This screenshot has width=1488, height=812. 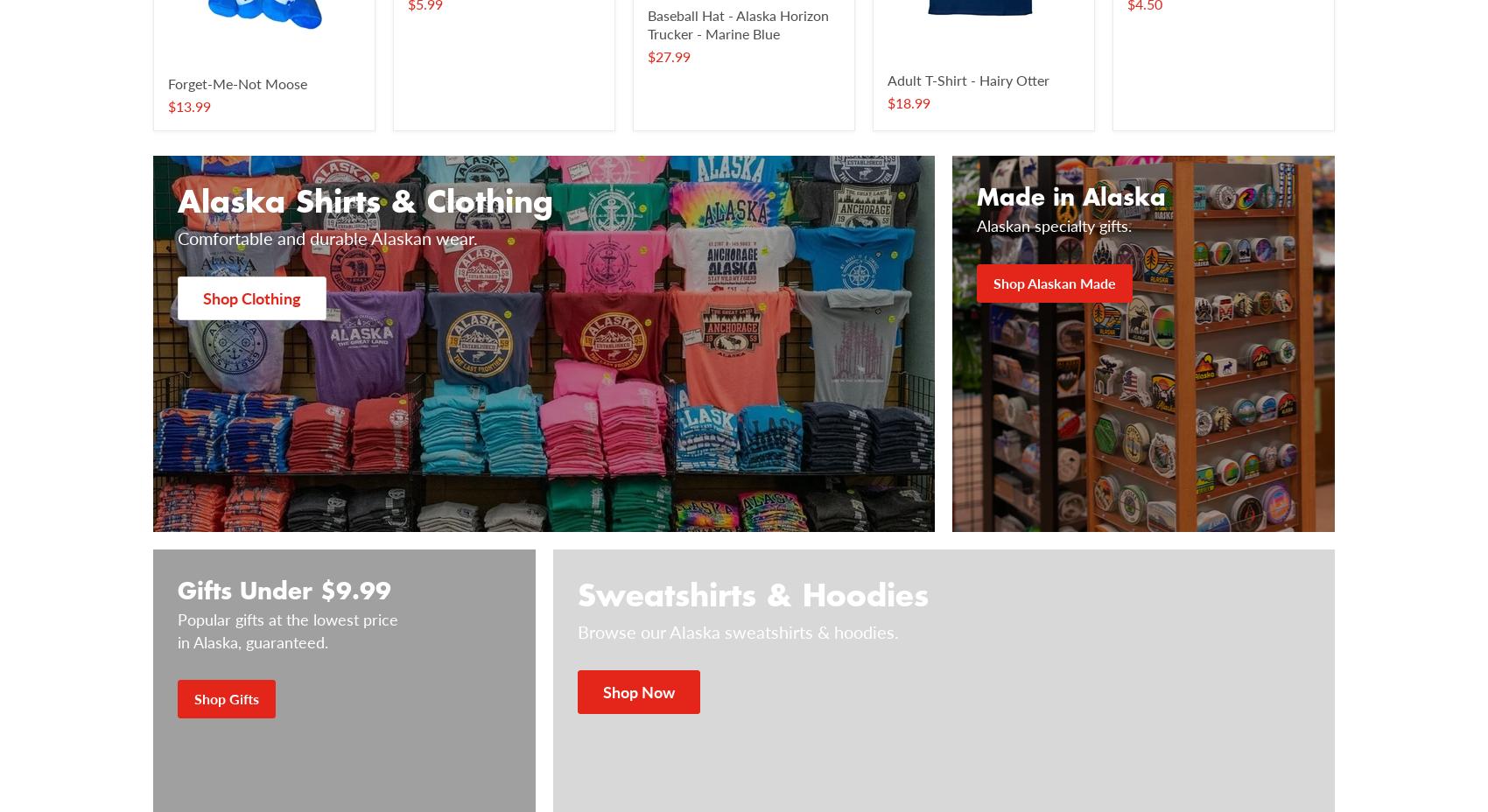 I want to click on 'Made in Alaska', so click(x=1070, y=194).